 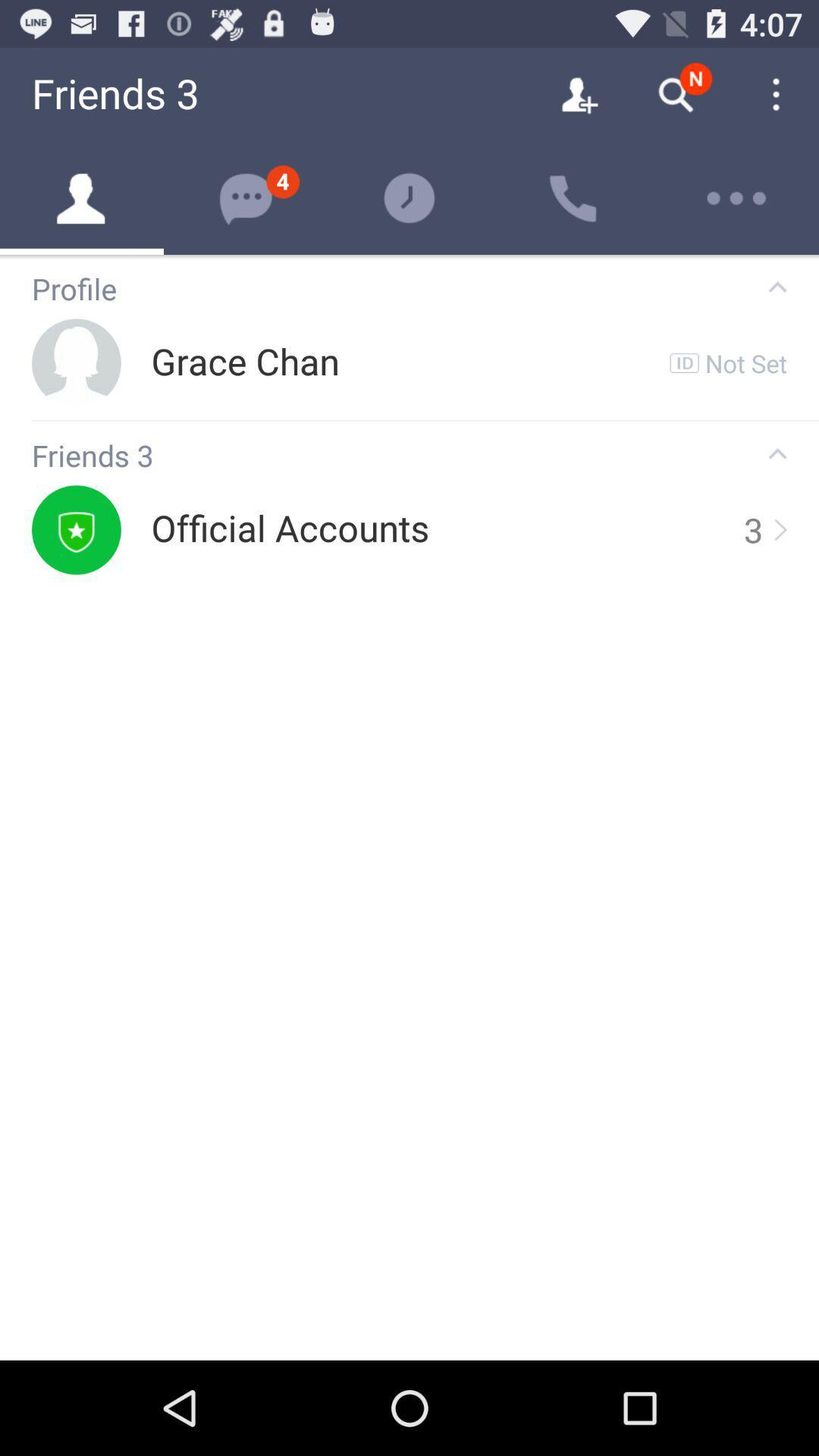 I want to click on official accounts item, so click(x=290, y=529).